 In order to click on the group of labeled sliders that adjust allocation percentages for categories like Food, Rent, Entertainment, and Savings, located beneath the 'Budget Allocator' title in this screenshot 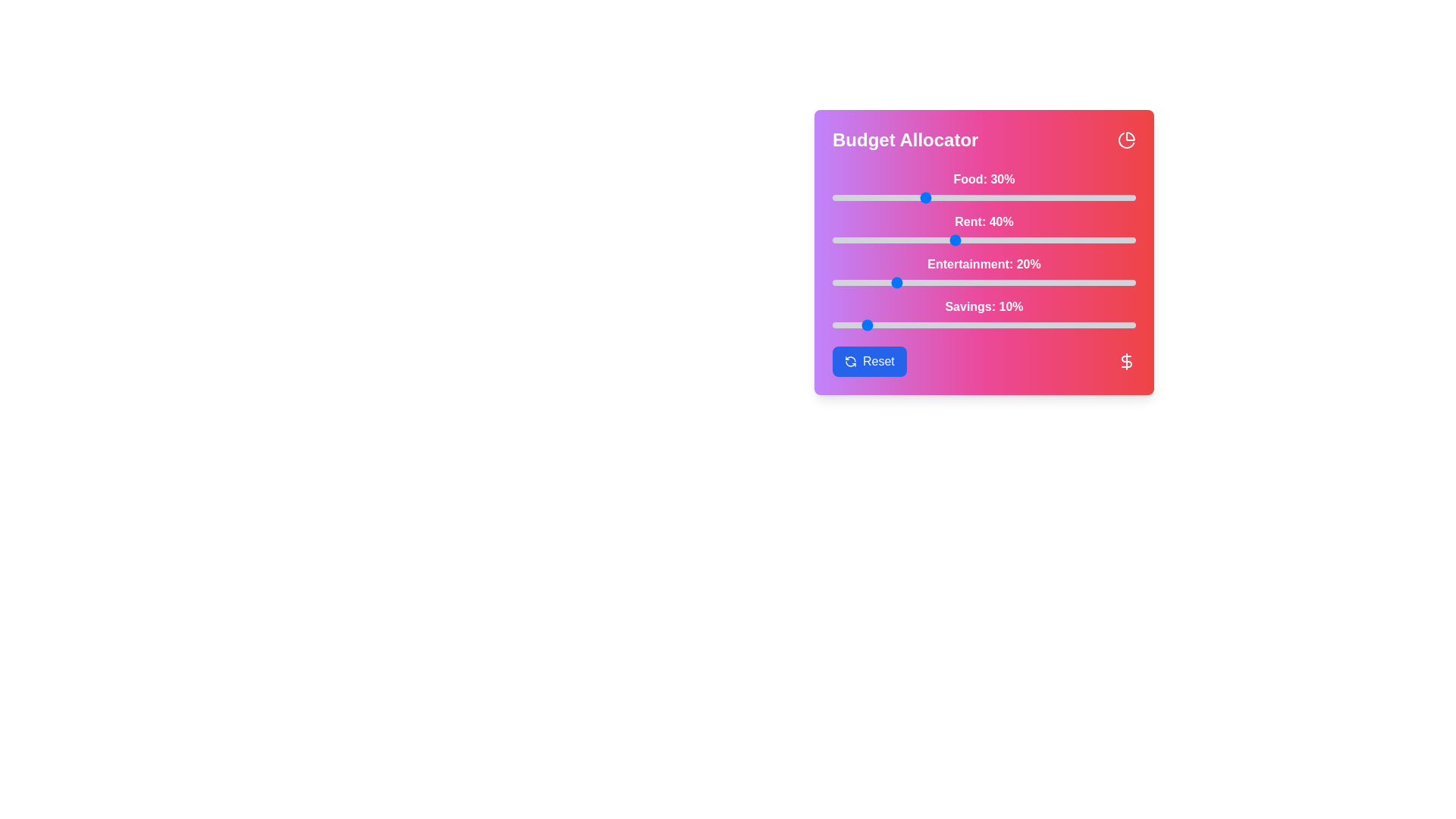, I will do `click(984, 248)`.